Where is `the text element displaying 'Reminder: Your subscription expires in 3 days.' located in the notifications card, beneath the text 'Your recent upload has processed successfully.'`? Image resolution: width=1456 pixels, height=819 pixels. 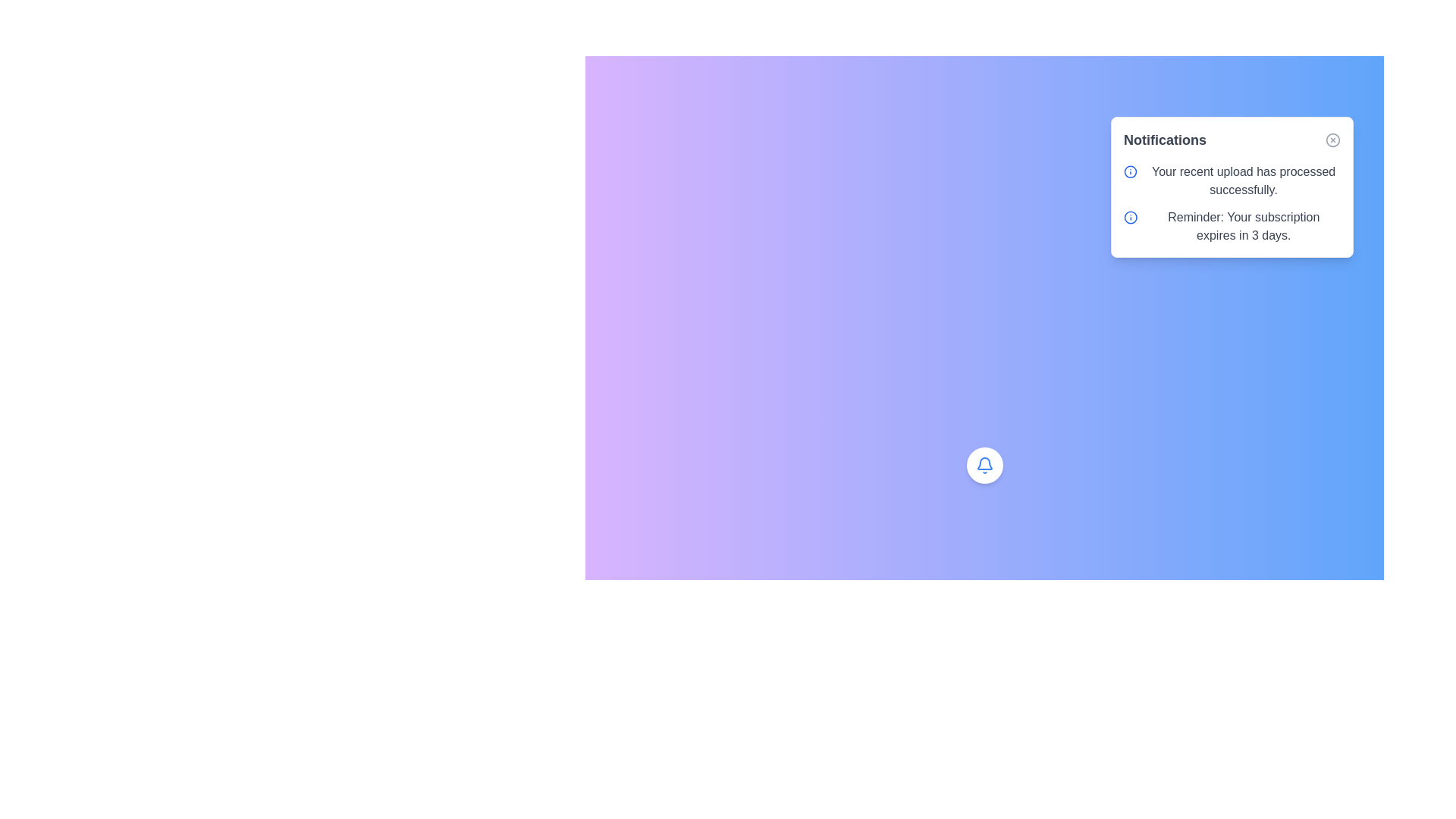
the text element displaying 'Reminder: Your subscription expires in 3 days.' located in the notifications card, beneath the text 'Your recent upload has processed successfully.' is located at coordinates (1244, 227).